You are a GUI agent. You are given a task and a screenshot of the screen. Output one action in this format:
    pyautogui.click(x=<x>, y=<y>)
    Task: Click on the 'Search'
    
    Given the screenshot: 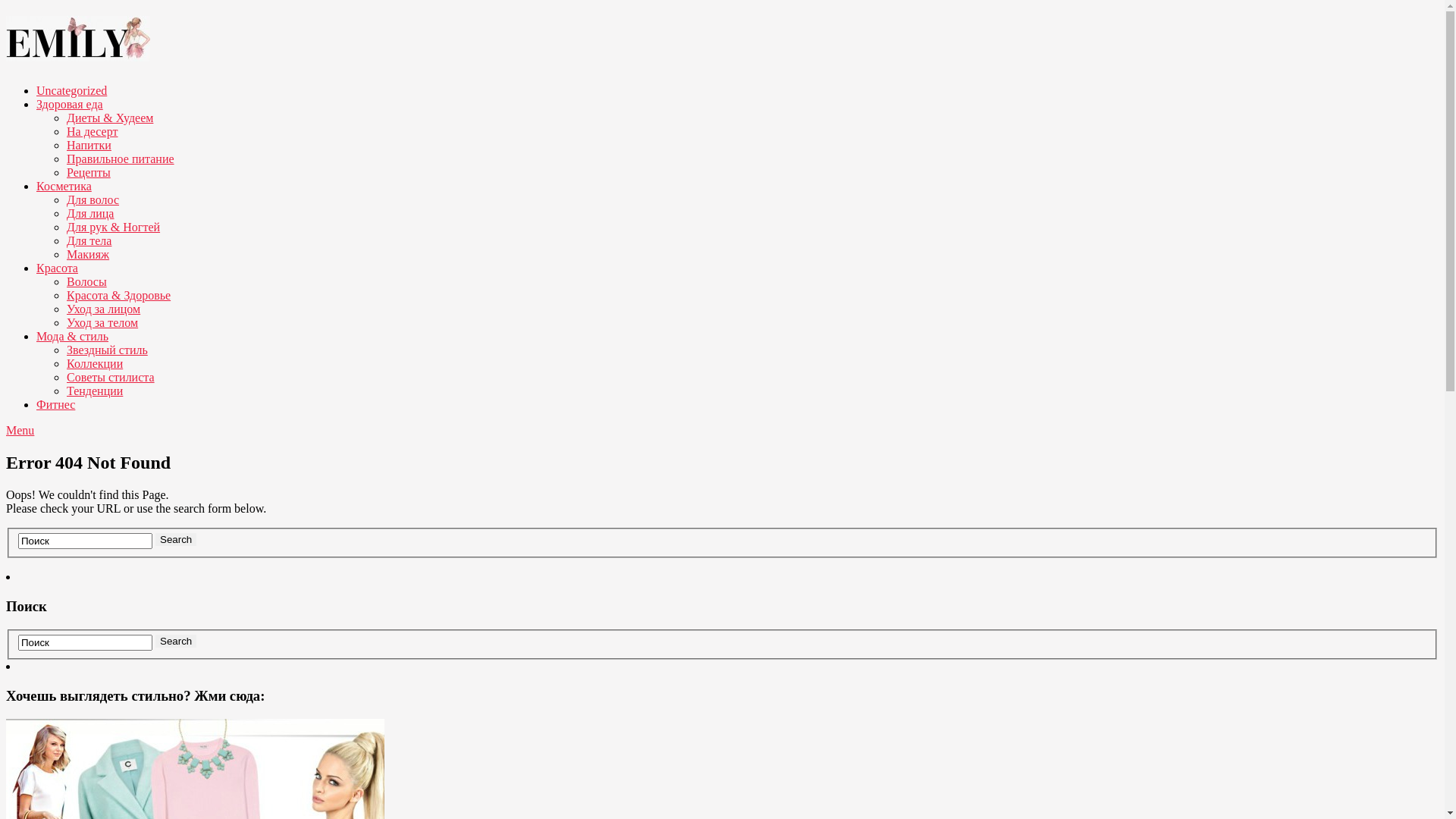 What is the action you would take?
    pyautogui.click(x=175, y=538)
    